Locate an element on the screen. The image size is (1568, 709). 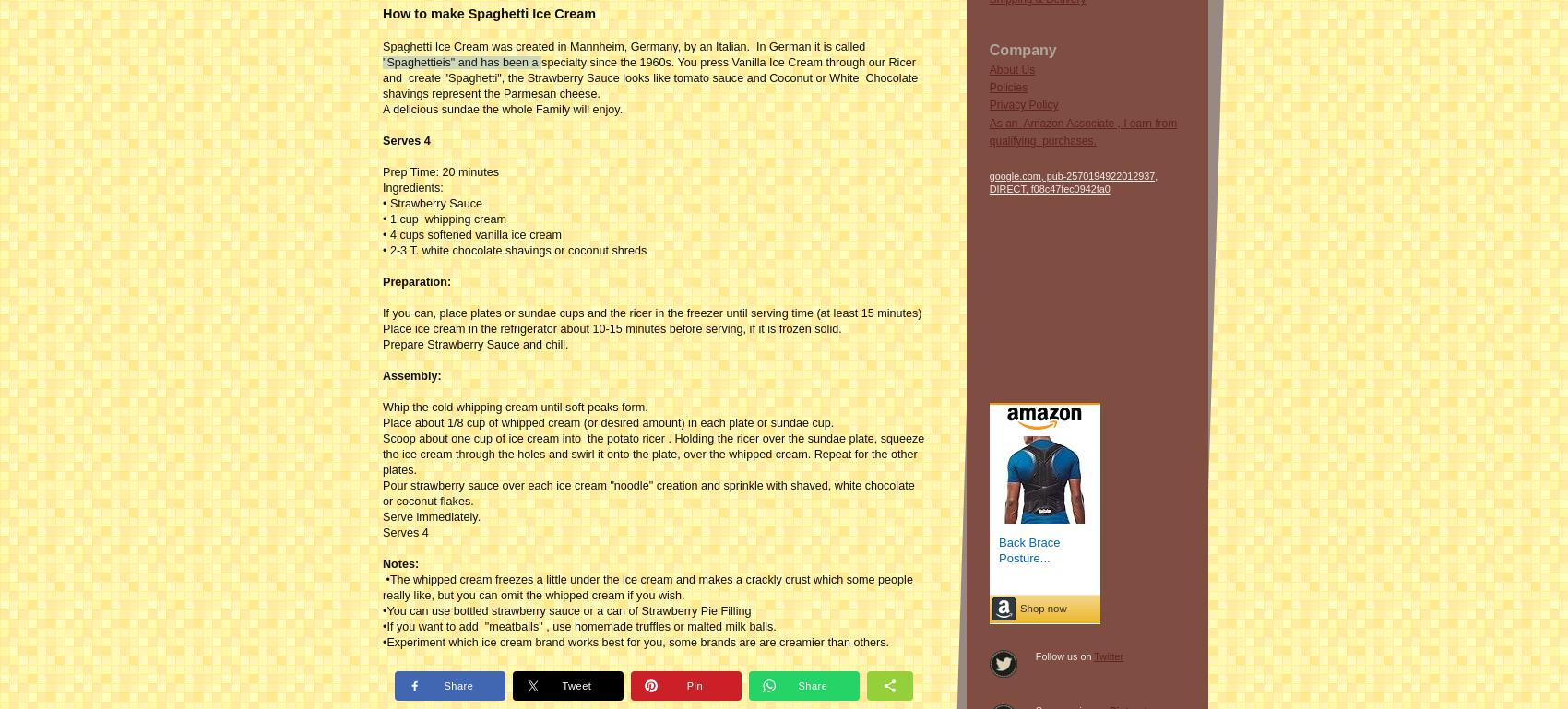
'If you can, place plates or sundae cups and the ricer in the freezer until serving time (at least 15 minutes)' is located at coordinates (652, 312).